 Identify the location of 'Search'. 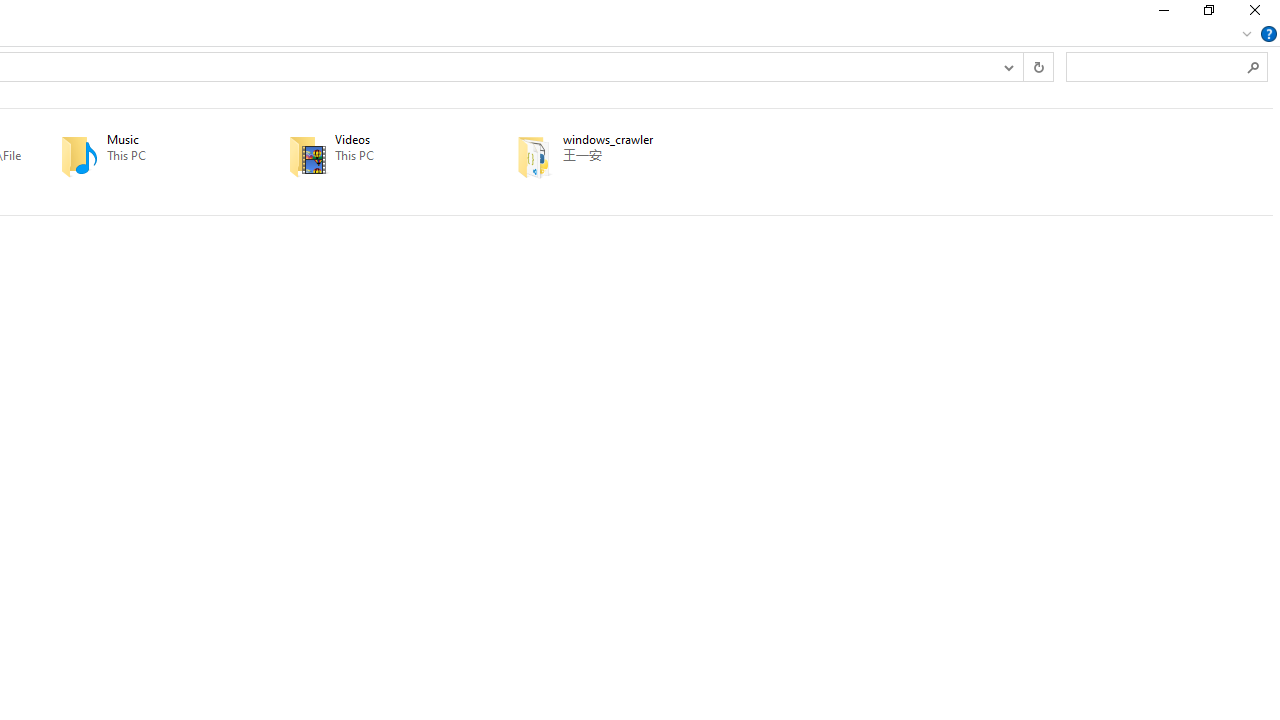
(1252, 65).